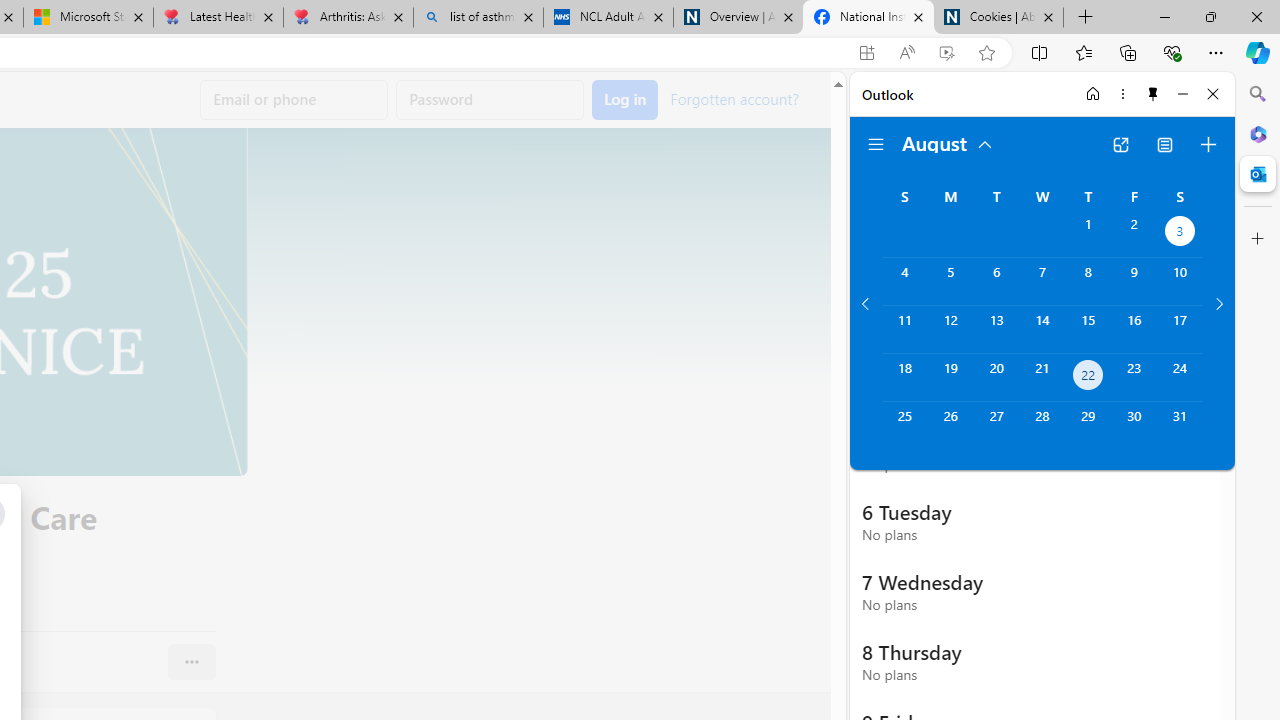 This screenshot has height=720, width=1280. What do you see at coordinates (1134, 232) in the screenshot?
I see `'Friday, August 2, 2024. '` at bounding box center [1134, 232].